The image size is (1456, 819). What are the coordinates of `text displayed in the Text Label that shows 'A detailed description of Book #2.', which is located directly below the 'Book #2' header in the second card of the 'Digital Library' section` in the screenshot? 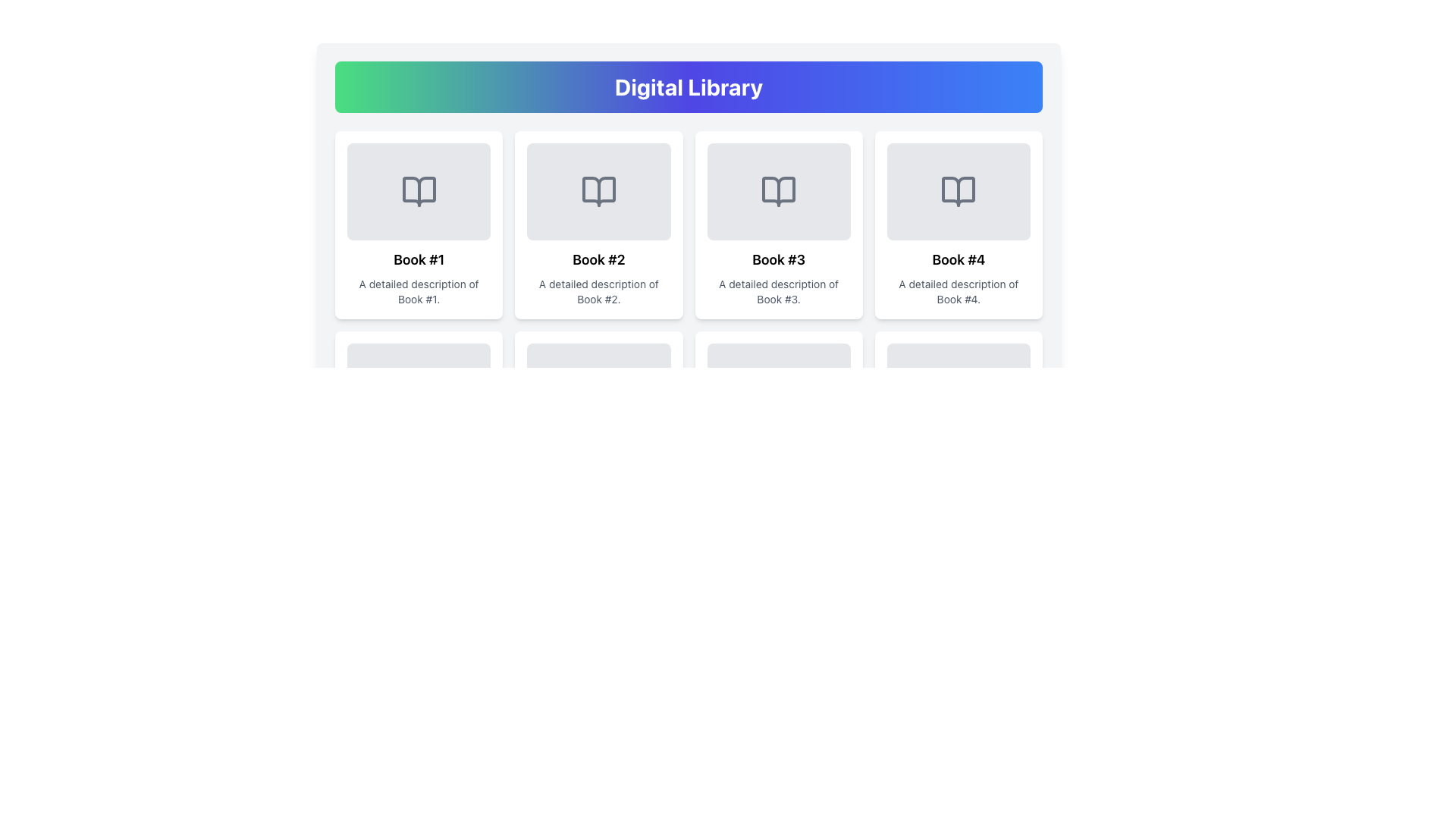 It's located at (598, 292).